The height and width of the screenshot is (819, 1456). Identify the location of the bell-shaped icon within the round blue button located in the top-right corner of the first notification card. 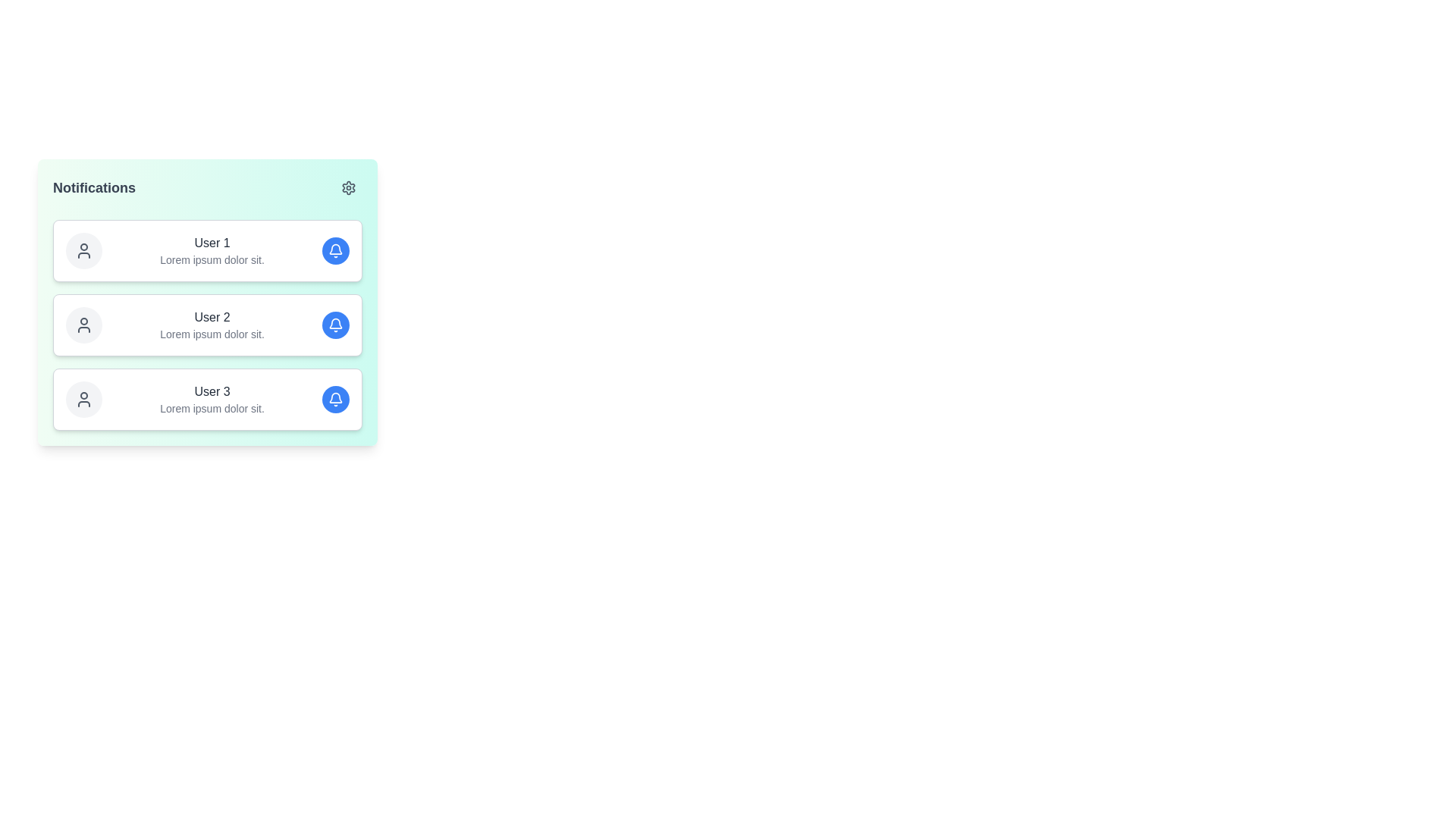
(334, 250).